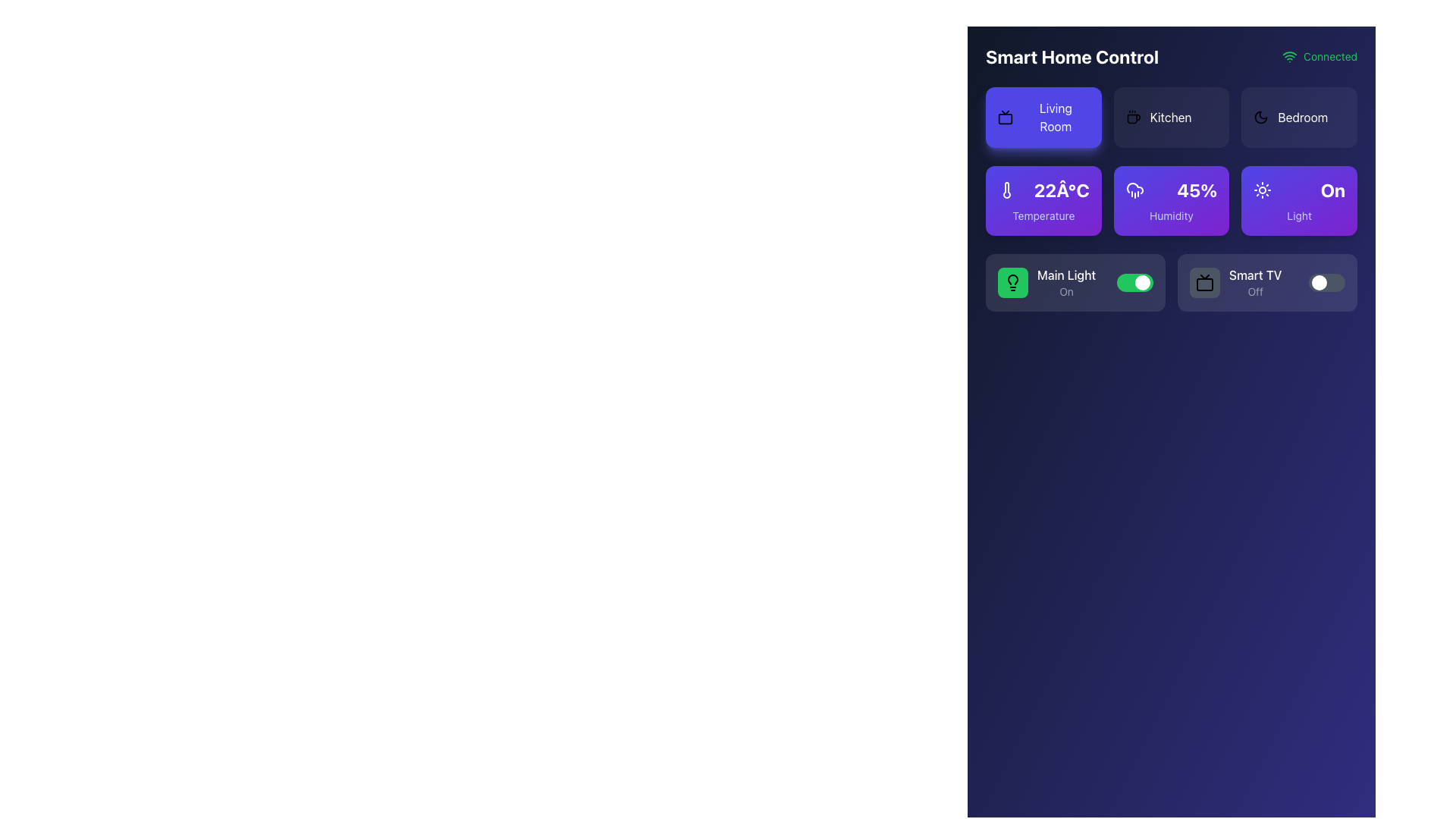 The image size is (1456, 819). Describe the element at coordinates (1043, 200) in the screenshot. I see `the Information Card displaying temperature, located in the first column of the grid beneath the header section` at that location.